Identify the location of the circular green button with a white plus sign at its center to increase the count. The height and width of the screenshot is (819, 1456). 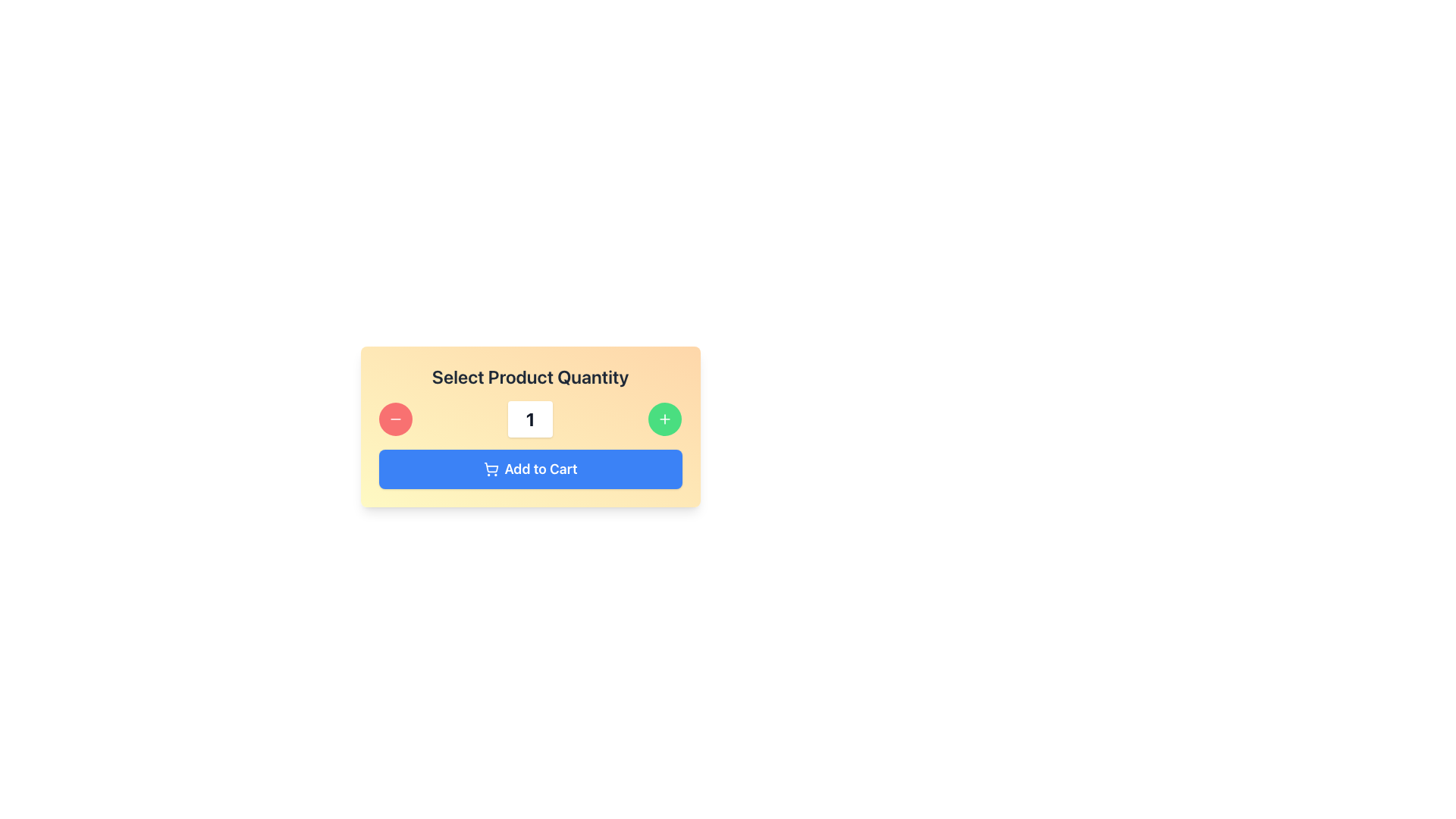
(665, 419).